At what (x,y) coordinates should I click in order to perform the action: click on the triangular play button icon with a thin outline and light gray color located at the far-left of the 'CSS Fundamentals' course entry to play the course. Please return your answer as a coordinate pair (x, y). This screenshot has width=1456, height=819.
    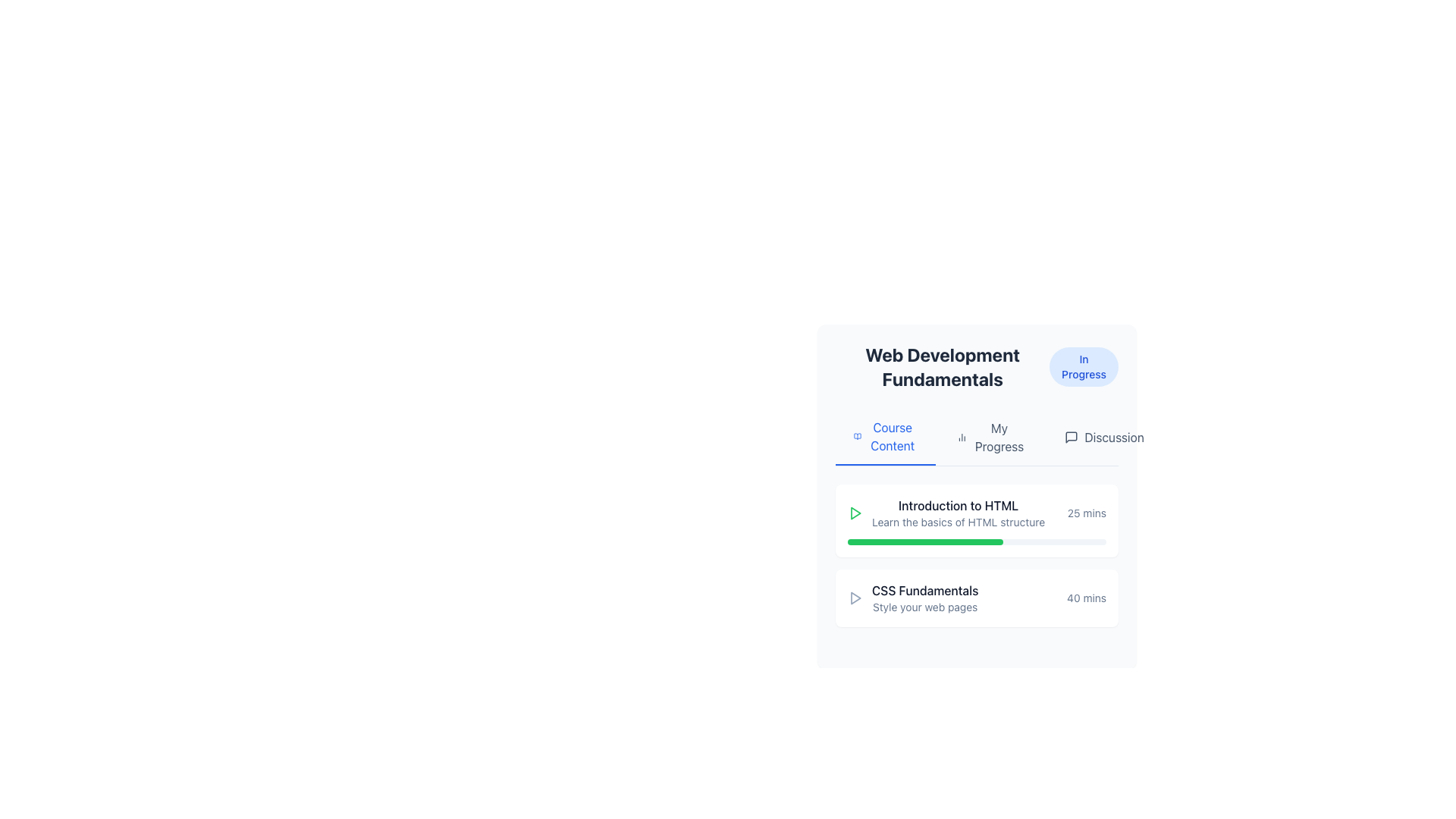
    Looking at the image, I should click on (855, 598).